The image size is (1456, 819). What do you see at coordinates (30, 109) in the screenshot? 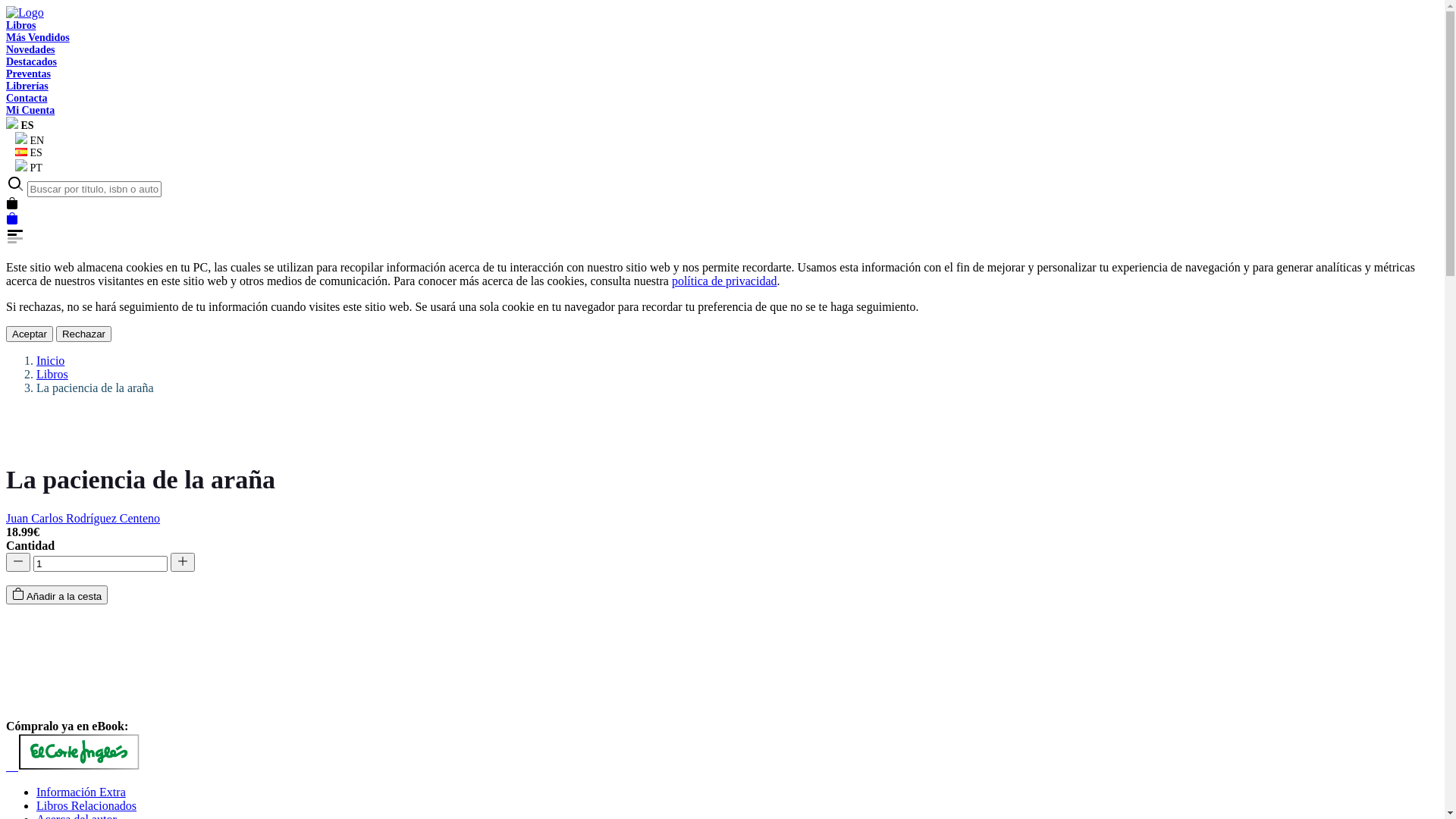
I see `'Mi Cuenta'` at bounding box center [30, 109].